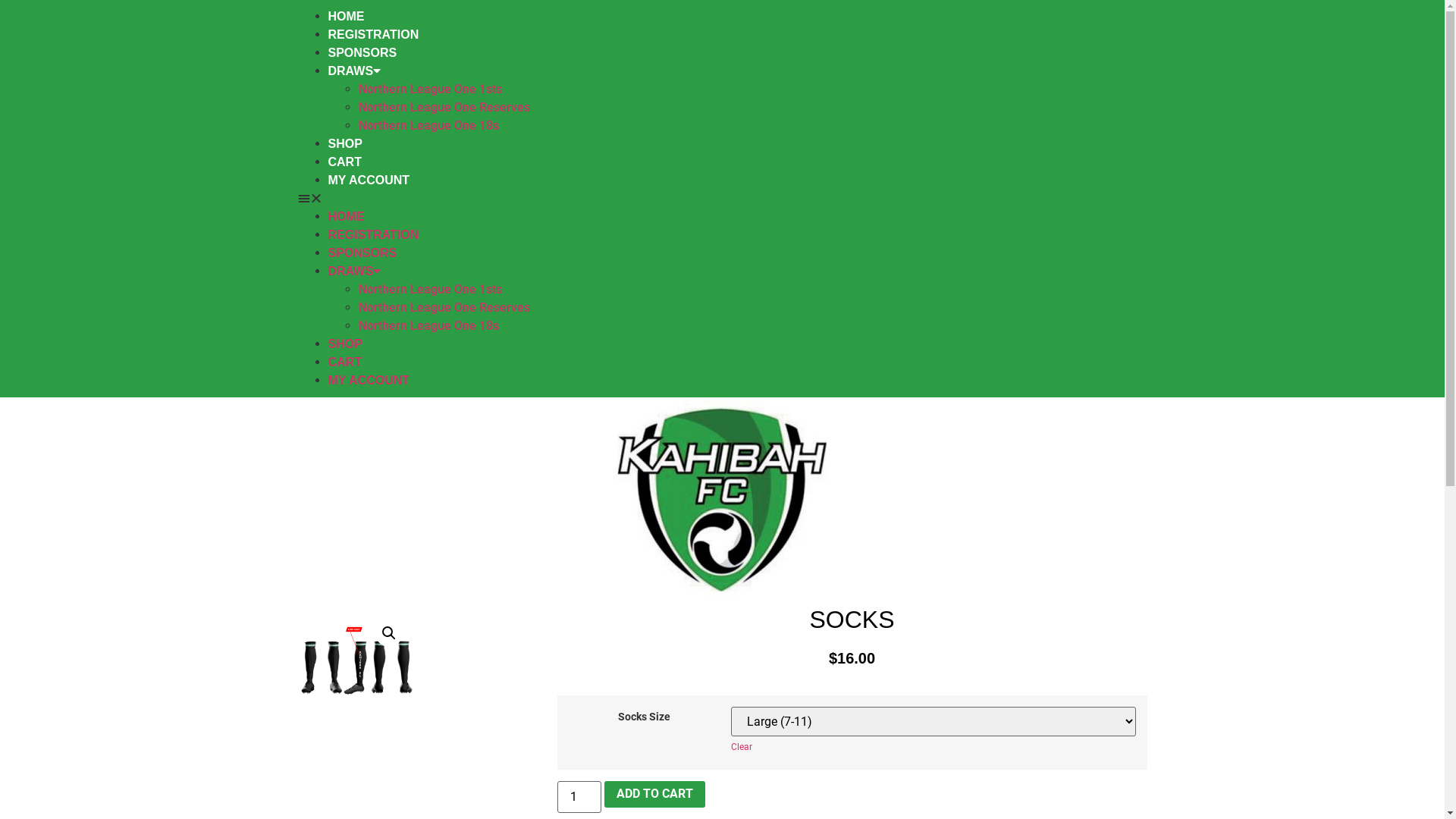 The image size is (1456, 819). Describe the element at coordinates (353, 71) in the screenshot. I see `'DRAWS'` at that location.